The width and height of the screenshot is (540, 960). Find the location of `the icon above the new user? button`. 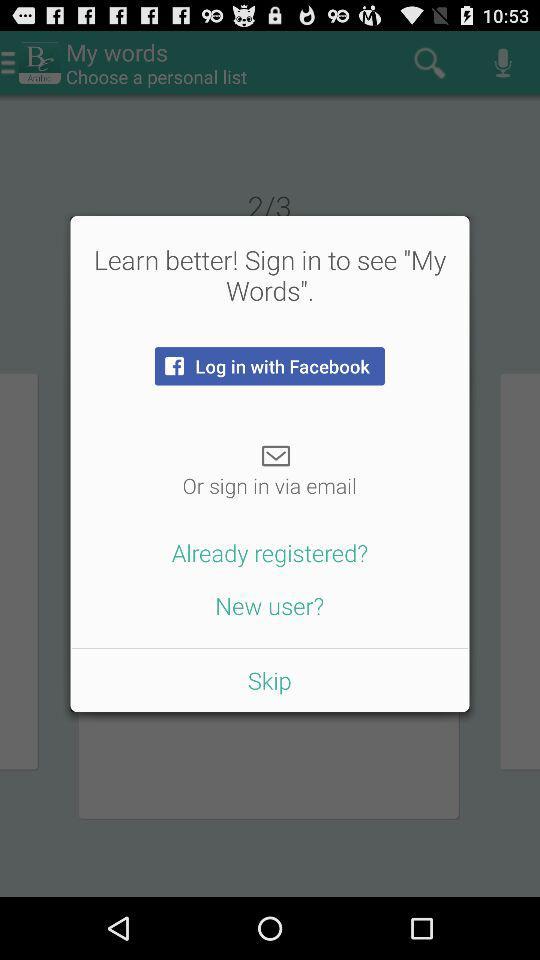

the icon above the new user? button is located at coordinates (270, 552).